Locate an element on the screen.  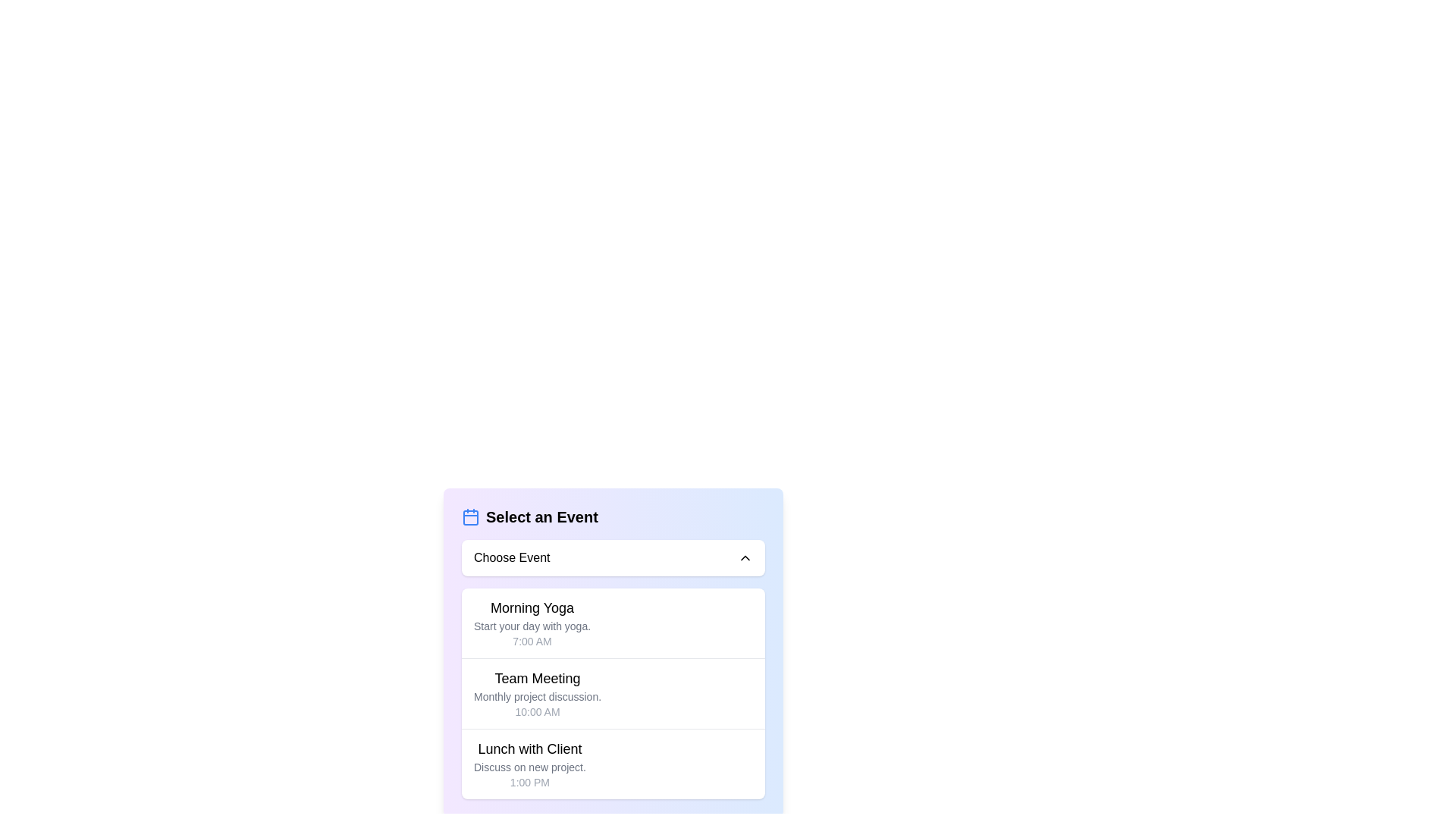
the chevron-up icon on the rightmost side of the 'Choose Event' selection bar is located at coordinates (745, 558).